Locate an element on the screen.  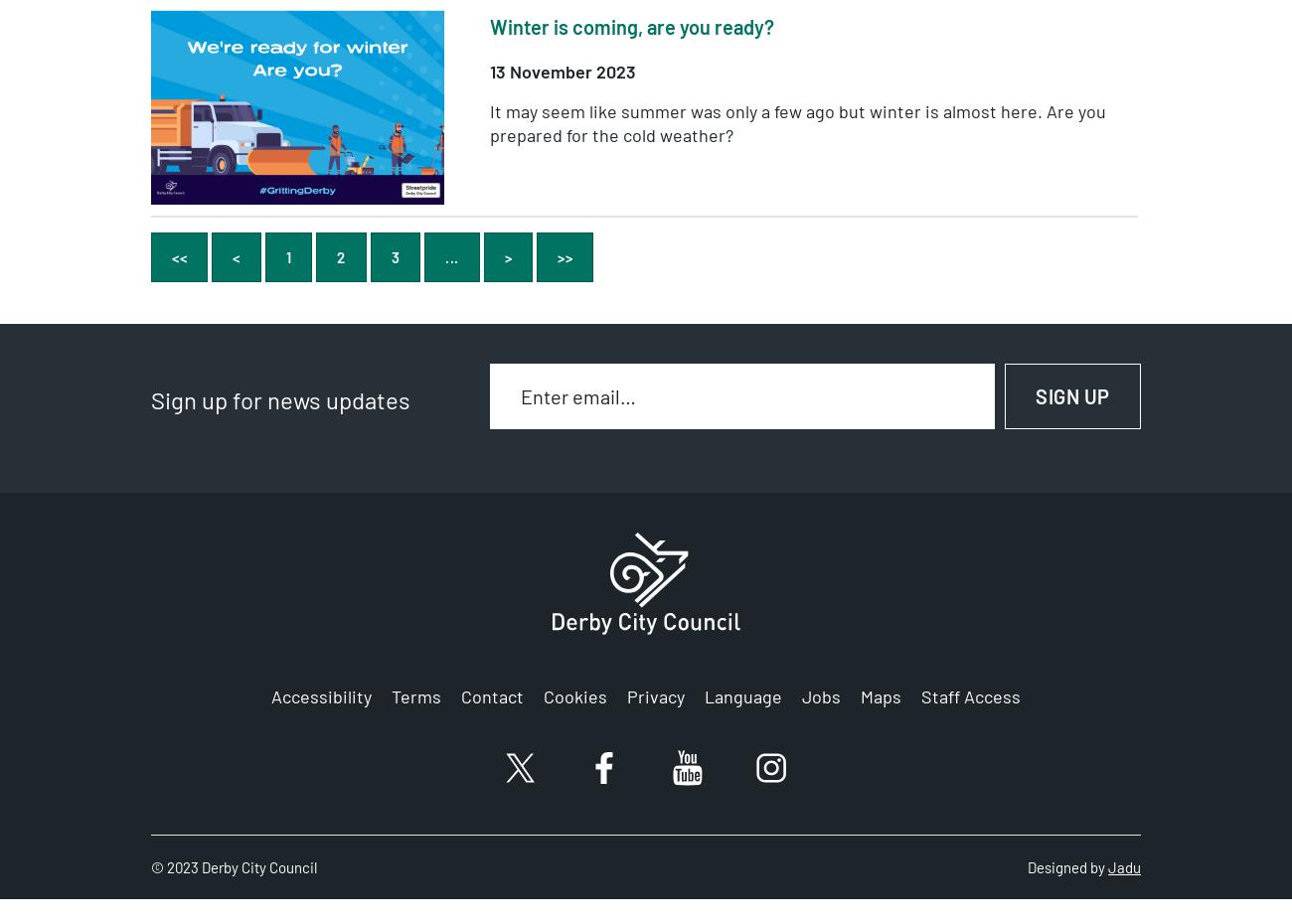
'Staff Access' is located at coordinates (969, 696).